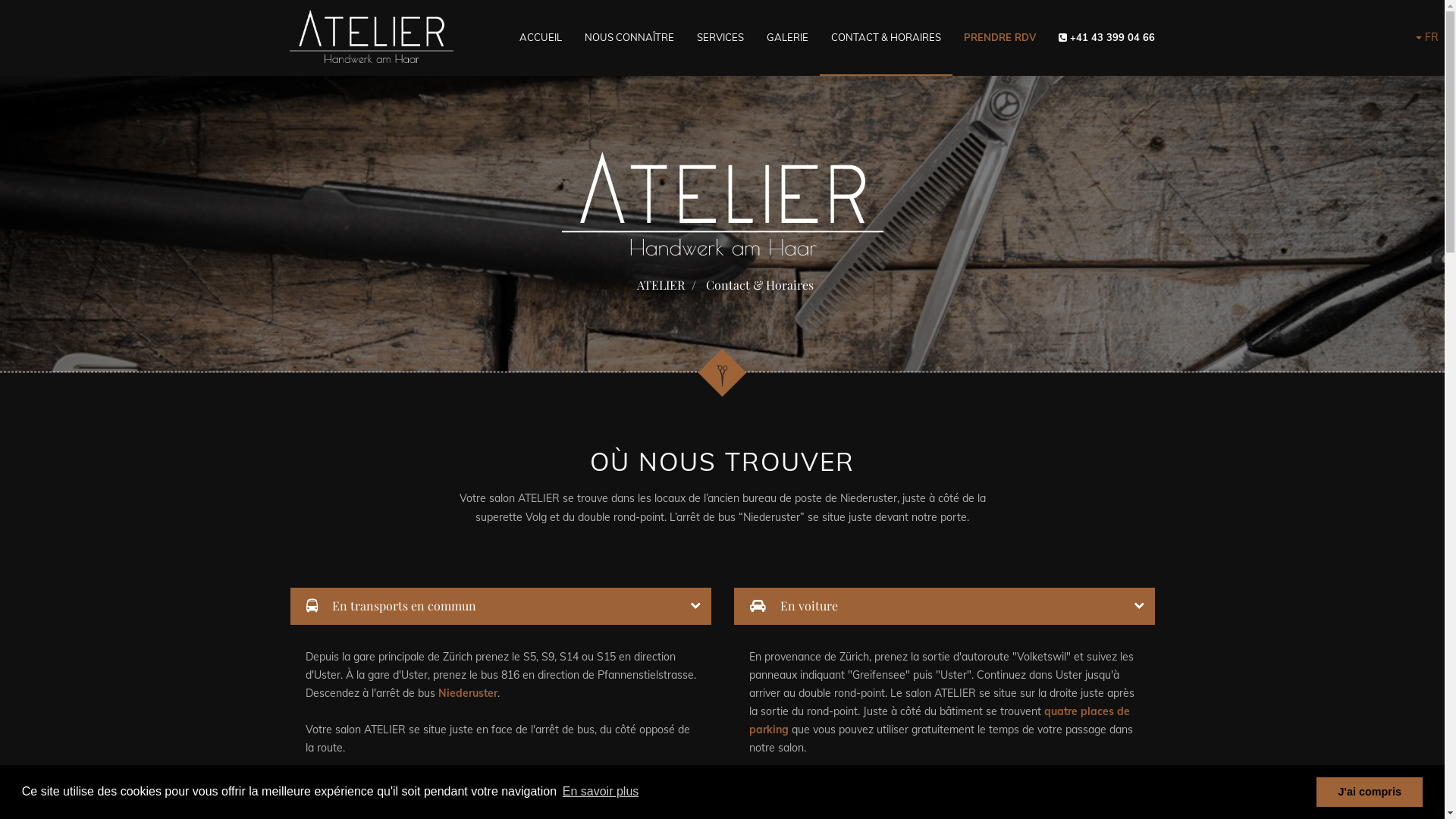 The image size is (1456, 819). What do you see at coordinates (885, 37) in the screenshot?
I see `'CONTACT & HORAIRES'` at bounding box center [885, 37].